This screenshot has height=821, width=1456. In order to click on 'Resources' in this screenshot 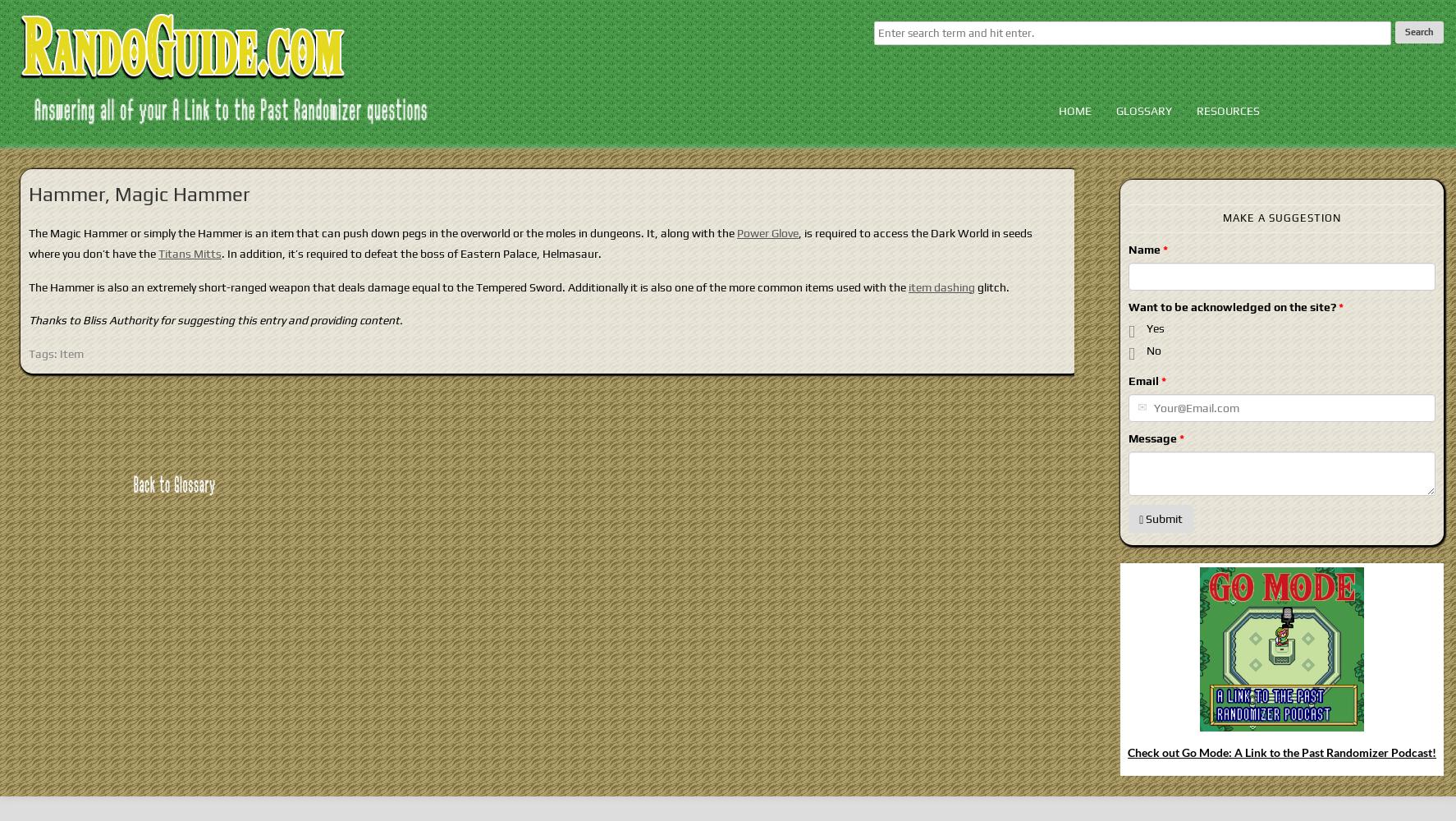, I will do `click(1226, 111)`.